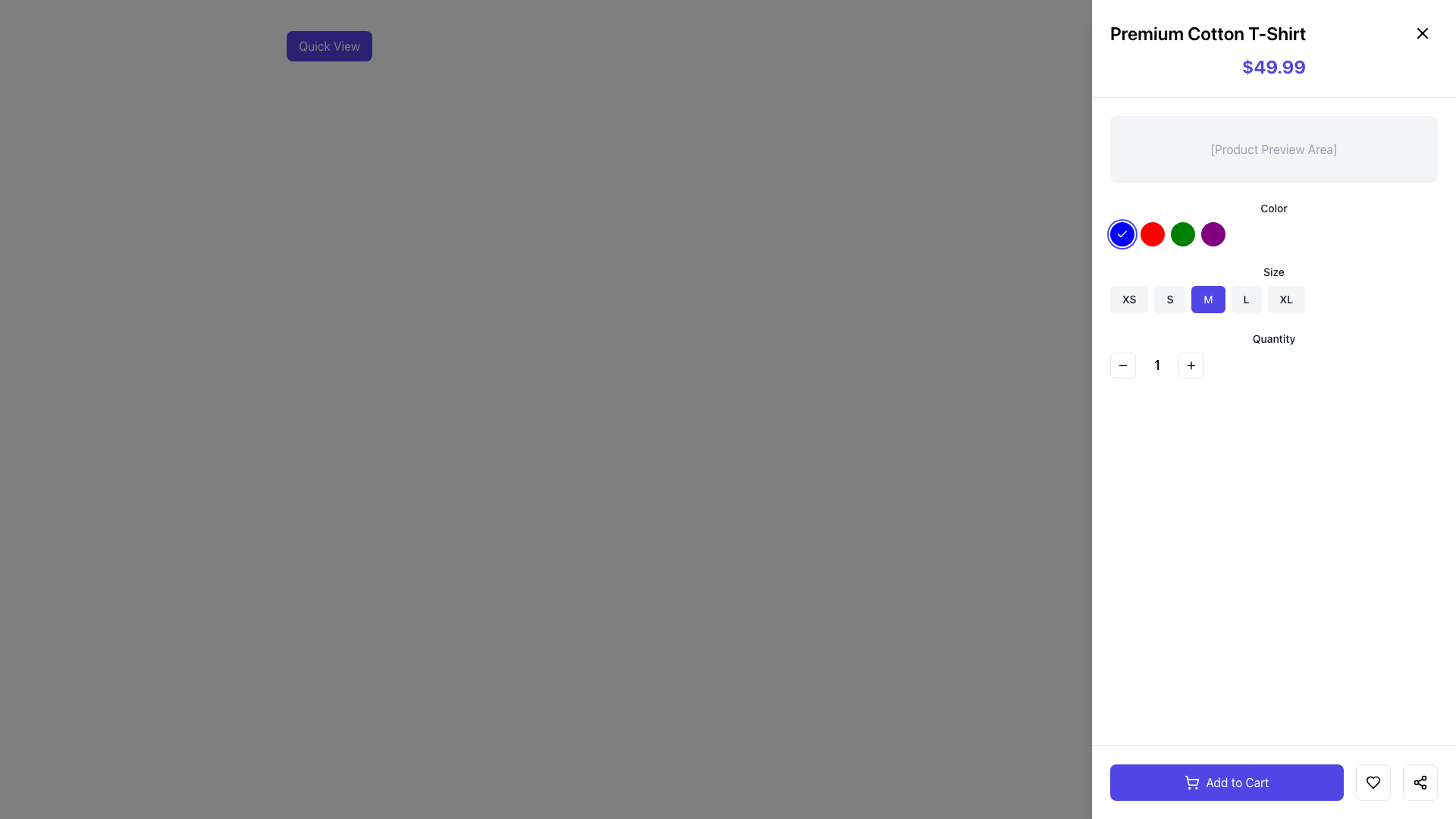 This screenshot has width=1456, height=819. What do you see at coordinates (1226, 783) in the screenshot?
I see `the 'Add to Cart' button located at the bottom center of the panel, just above the 'Heart' and 'Share' icons` at bounding box center [1226, 783].